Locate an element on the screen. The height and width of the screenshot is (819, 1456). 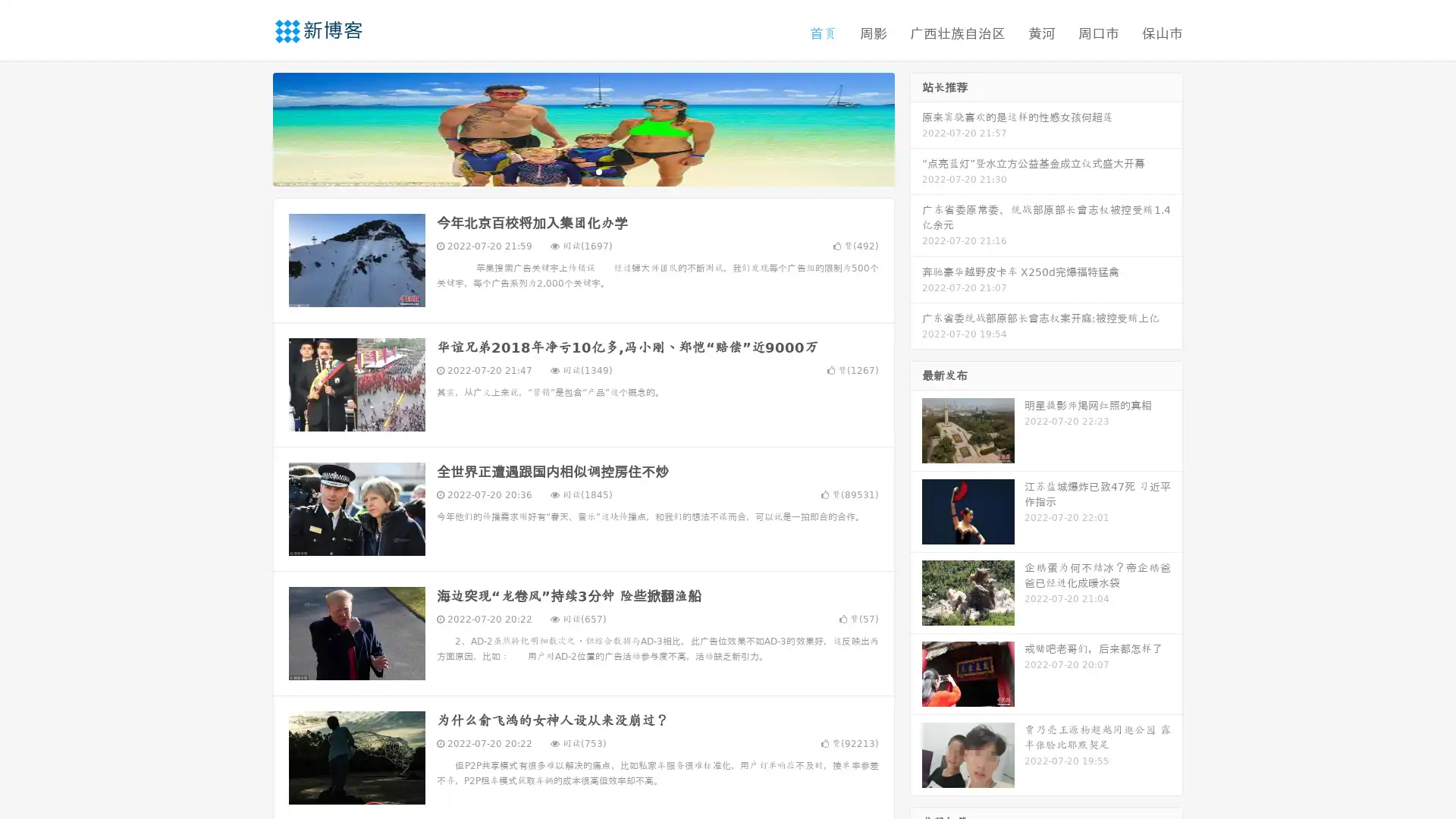
Go to slide 3 is located at coordinates (598, 171).